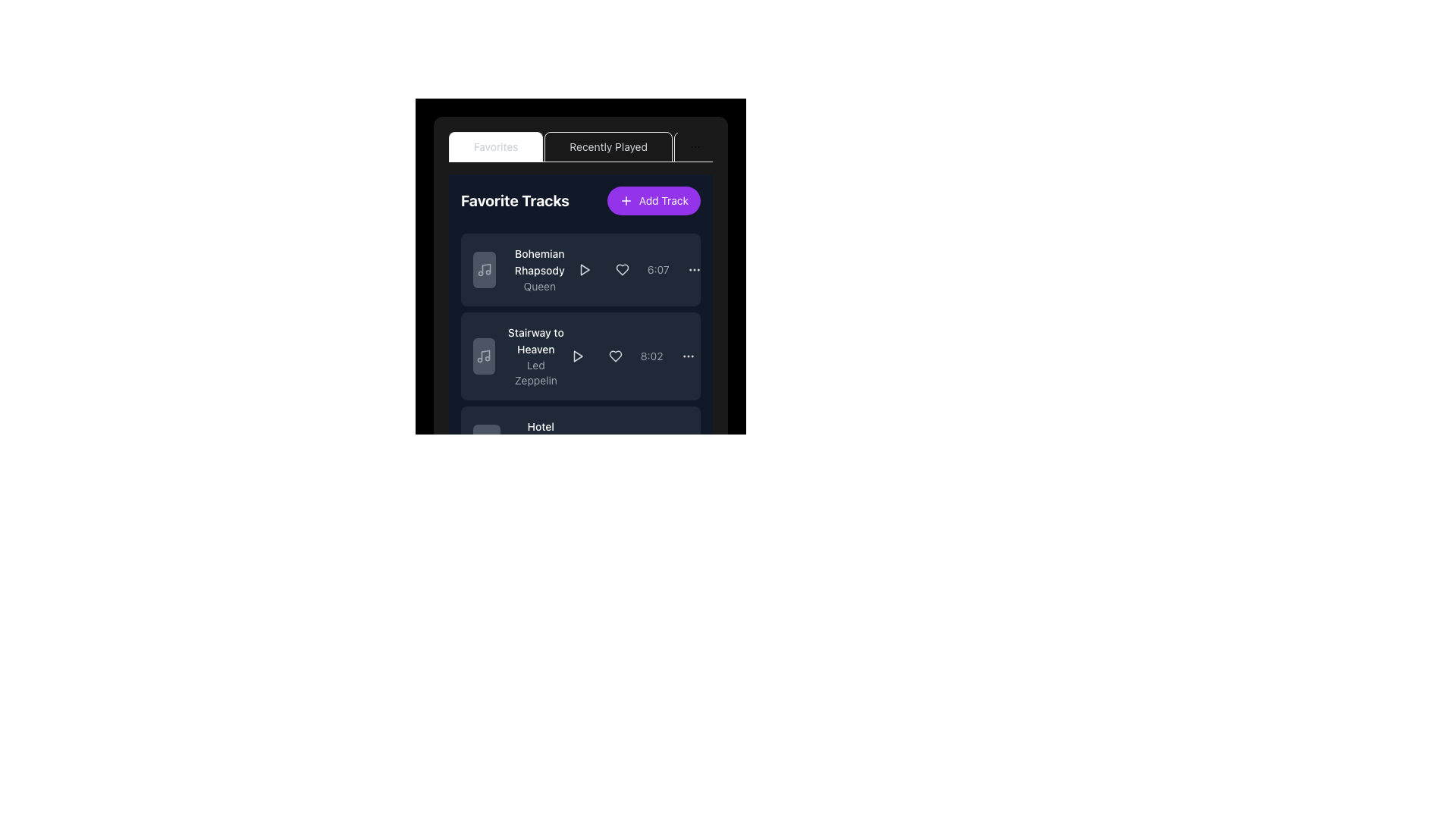  What do you see at coordinates (608, 146) in the screenshot?
I see `the 'Recently Played' text label in the tab navigation bar, which is located to the right of the 'Favorites' tab` at bounding box center [608, 146].